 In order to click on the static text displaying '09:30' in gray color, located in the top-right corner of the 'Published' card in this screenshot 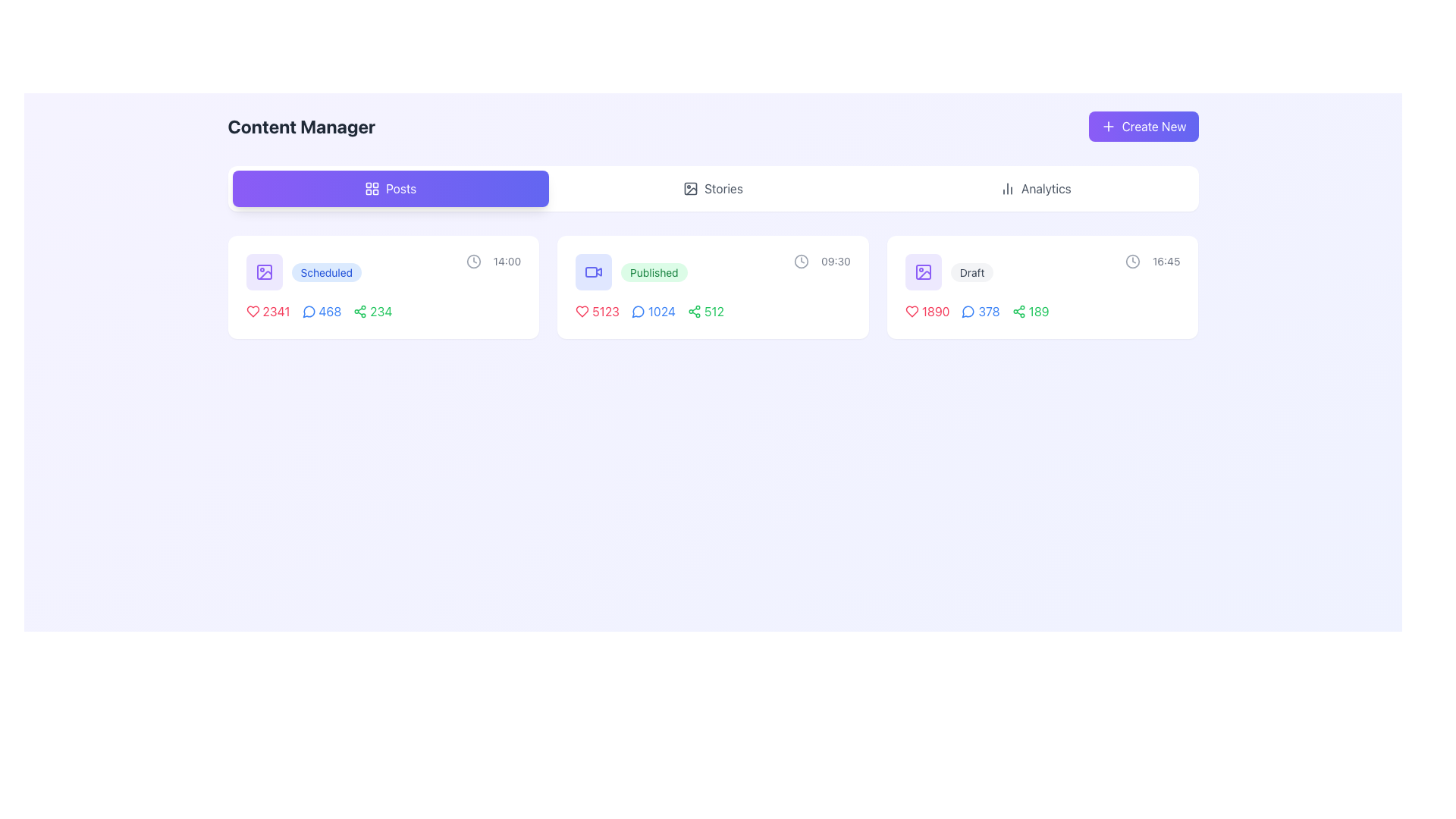, I will do `click(835, 260)`.